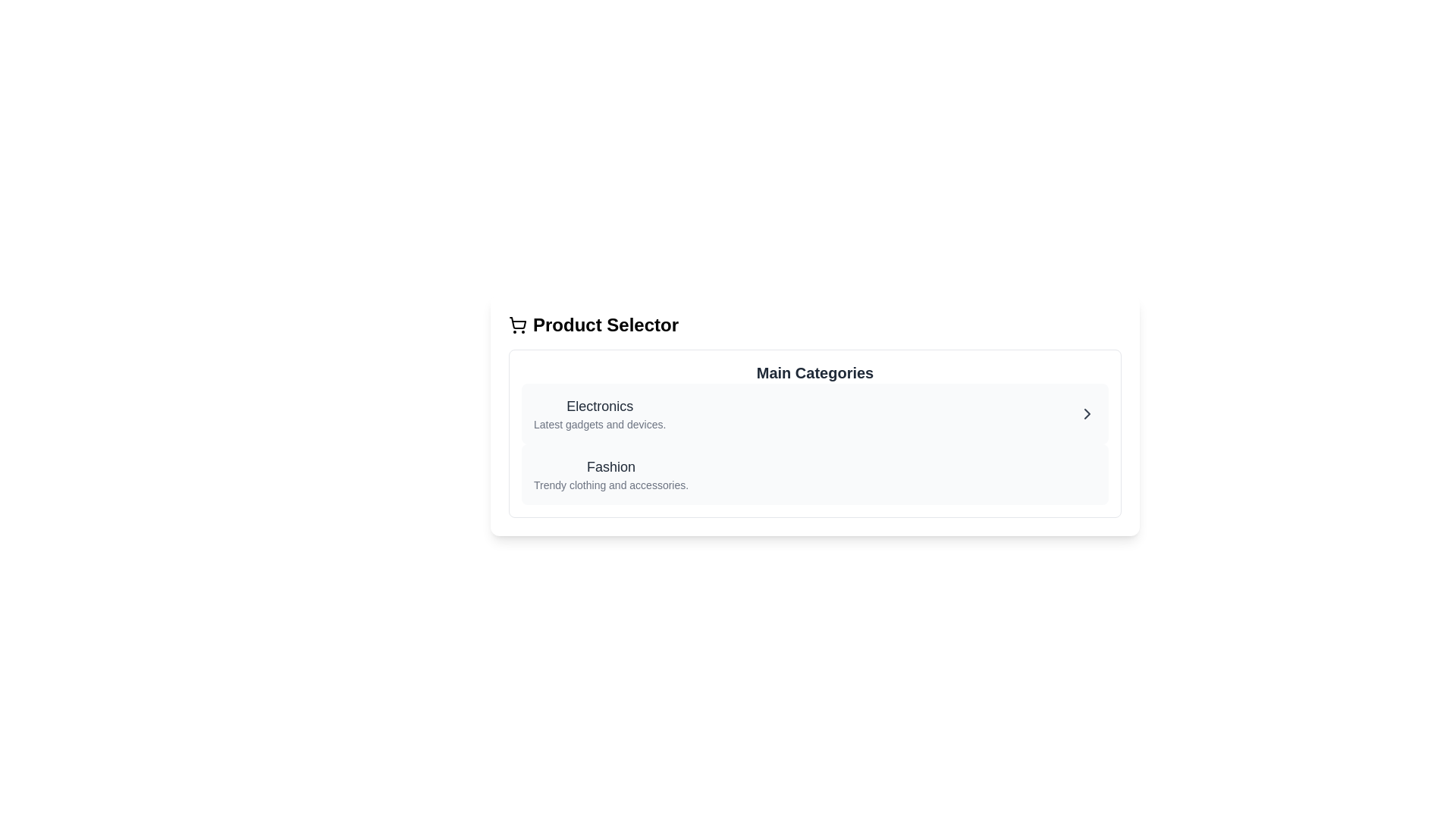 The width and height of the screenshot is (1456, 819). What do you see at coordinates (611, 485) in the screenshot?
I see `the descriptive text label associated with the 'Fashion' category located directly below the 'Fashion' text in the 'Main Categories' section` at bounding box center [611, 485].